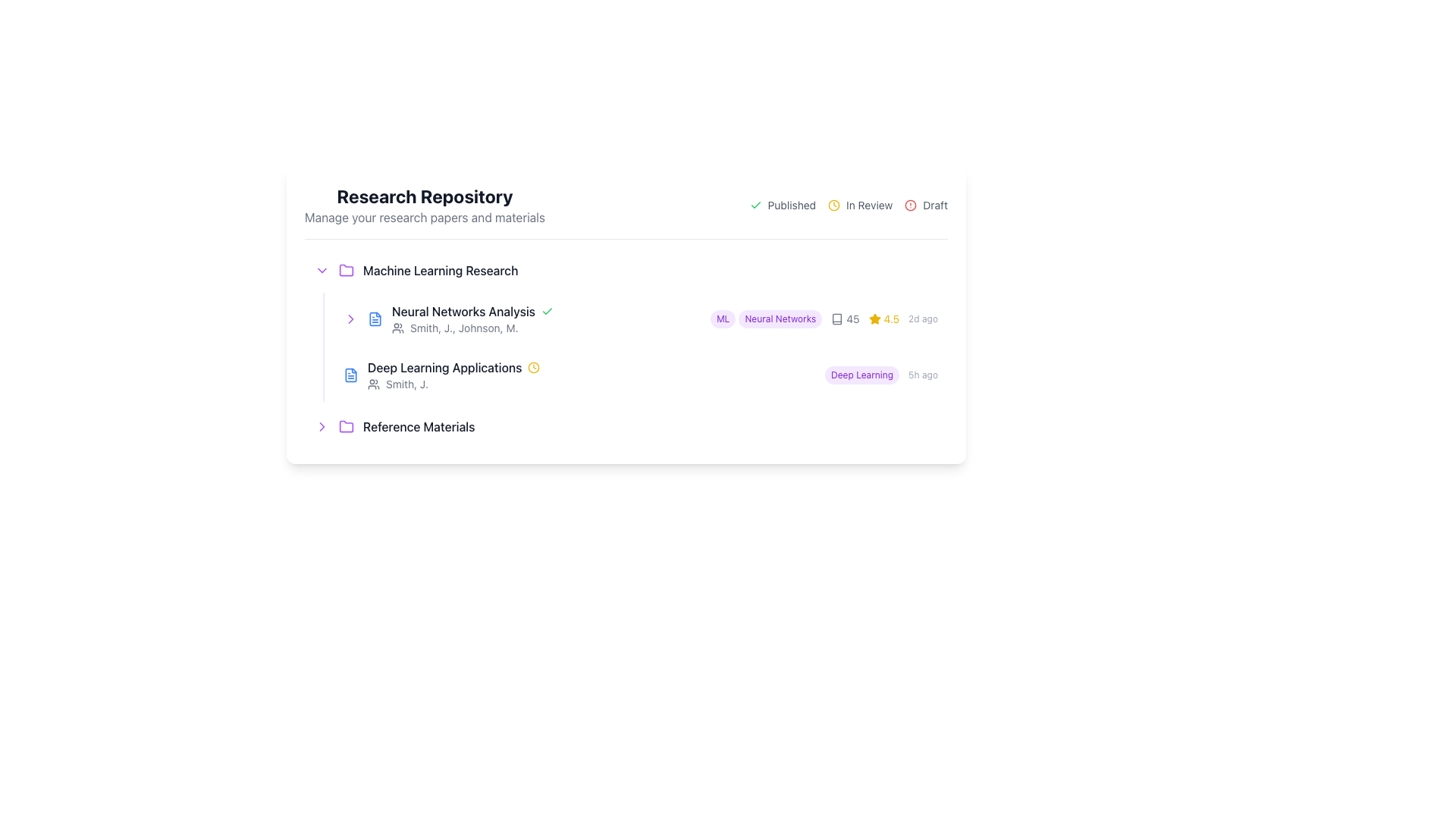 The width and height of the screenshot is (1456, 819). Describe the element at coordinates (848, 205) in the screenshot. I see `status labels for 'Published', 'In Review', and 'Draft' located in the top right section of the interface, adjacent to the main title and subtitle` at that location.